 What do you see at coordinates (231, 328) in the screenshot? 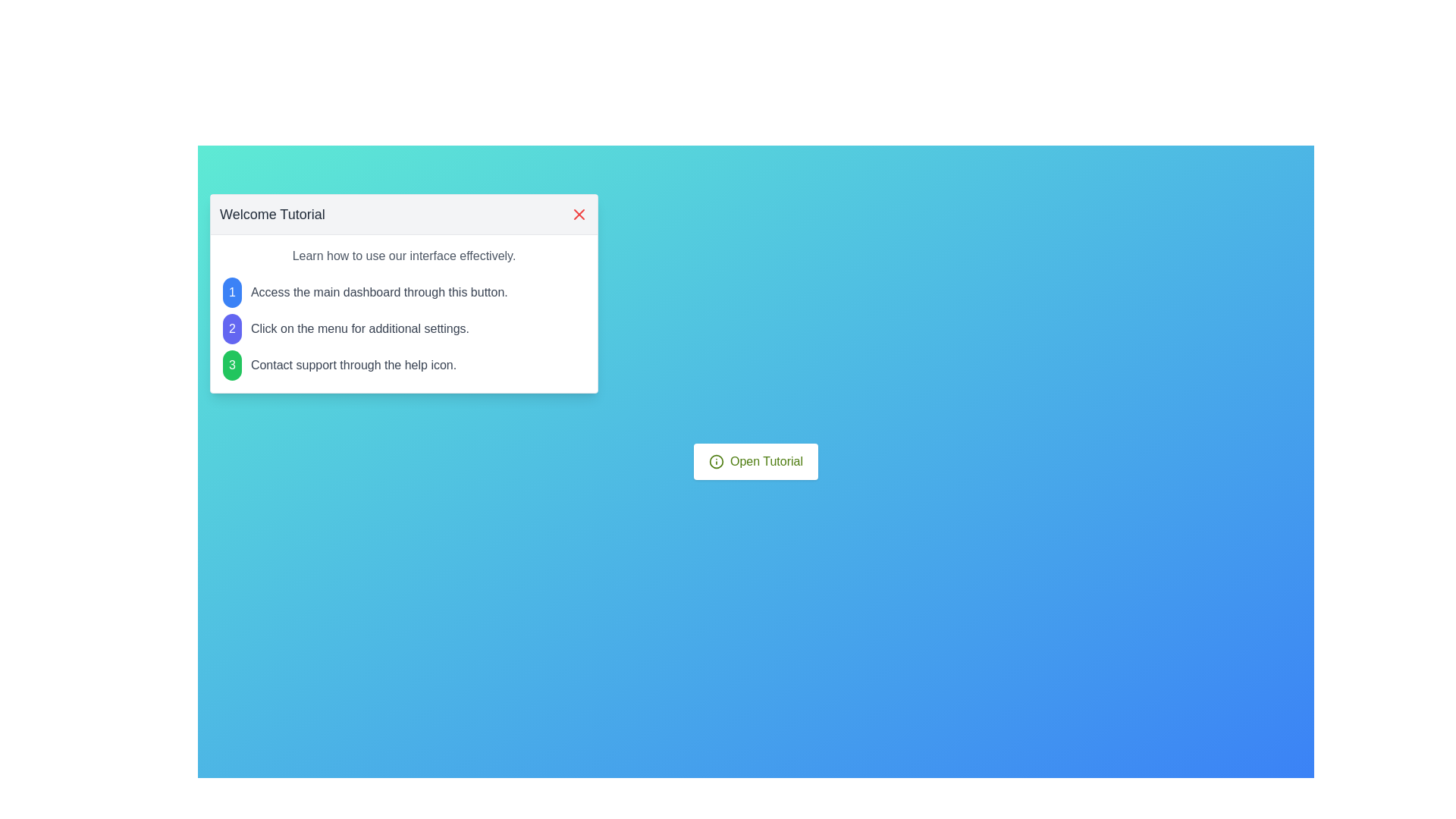
I see `the Badge element positioned to the left of the text 'Click on the menu for additional settings.', which is the second item in a vertical list of badges within the tutorial dialog box` at bounding box center [231, 328].